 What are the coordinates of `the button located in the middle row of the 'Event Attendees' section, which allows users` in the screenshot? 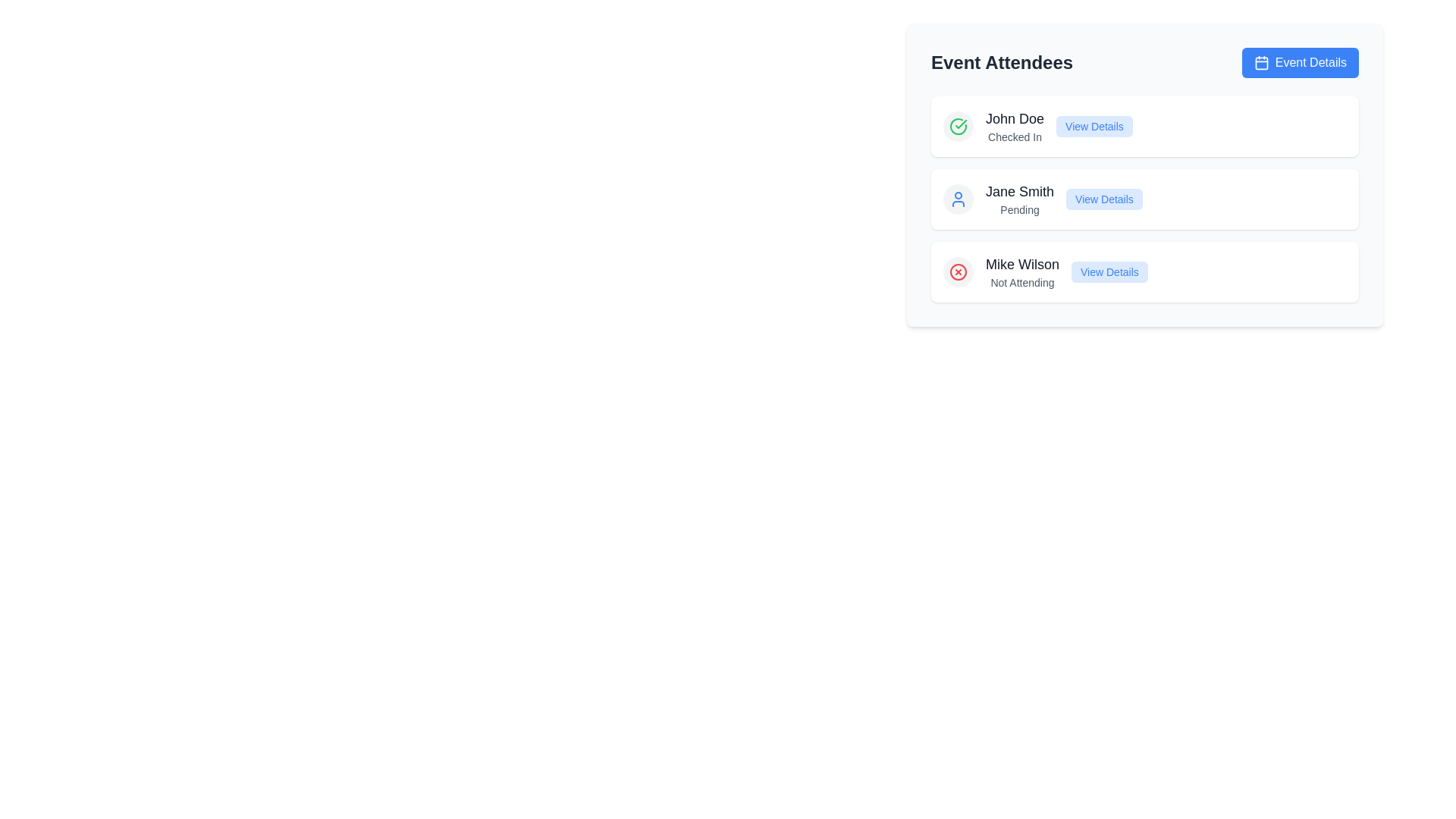 It's located at (1104, 198).